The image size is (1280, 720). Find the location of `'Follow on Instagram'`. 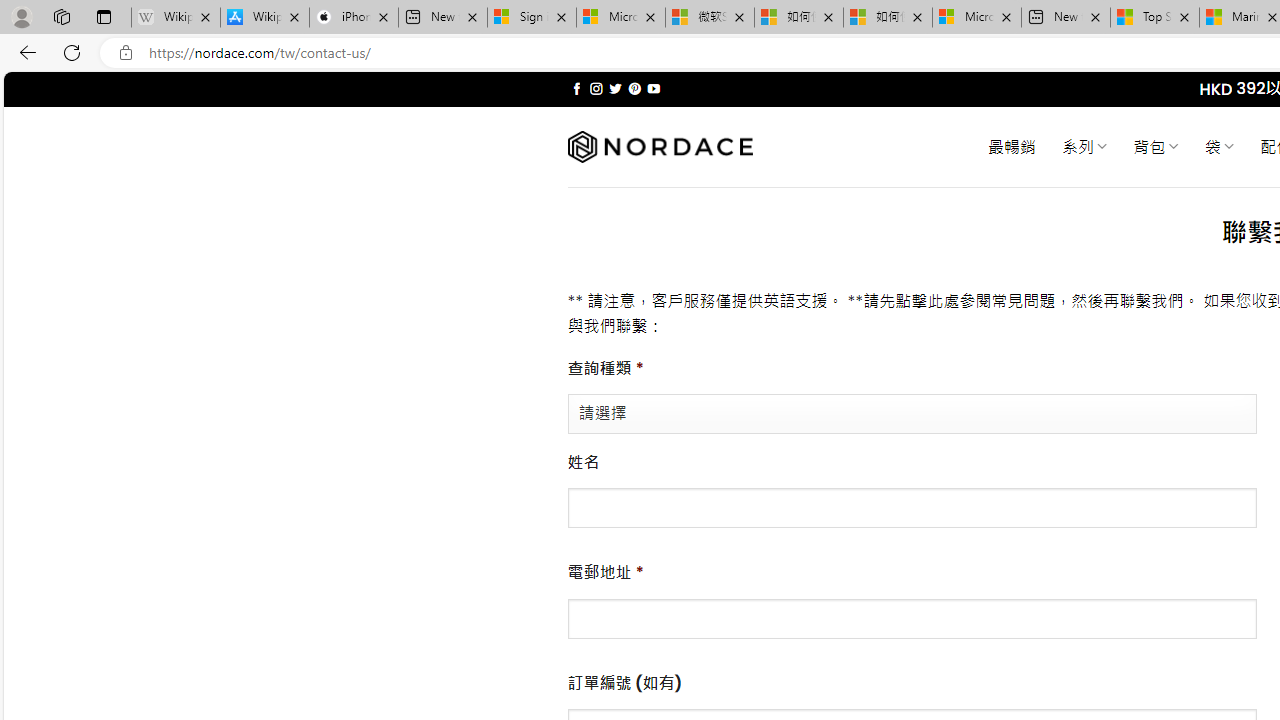

'Follow on Instagram' is located at coordinates (595, 88).